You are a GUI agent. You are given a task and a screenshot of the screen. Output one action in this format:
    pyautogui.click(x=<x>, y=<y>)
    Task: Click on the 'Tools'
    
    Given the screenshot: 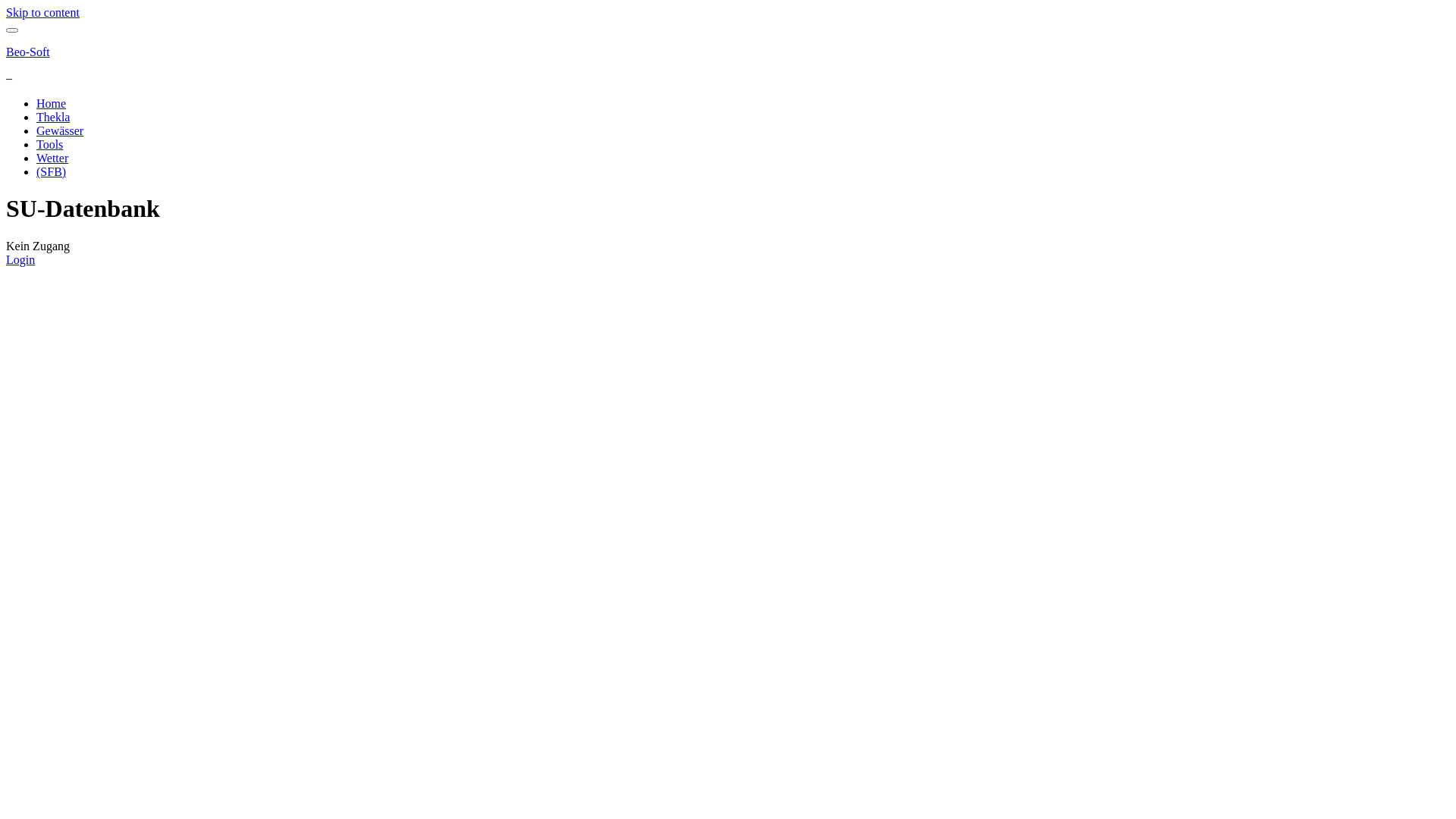 What is the action you would take?
    pyautogui.click(x=49, y=144)
    